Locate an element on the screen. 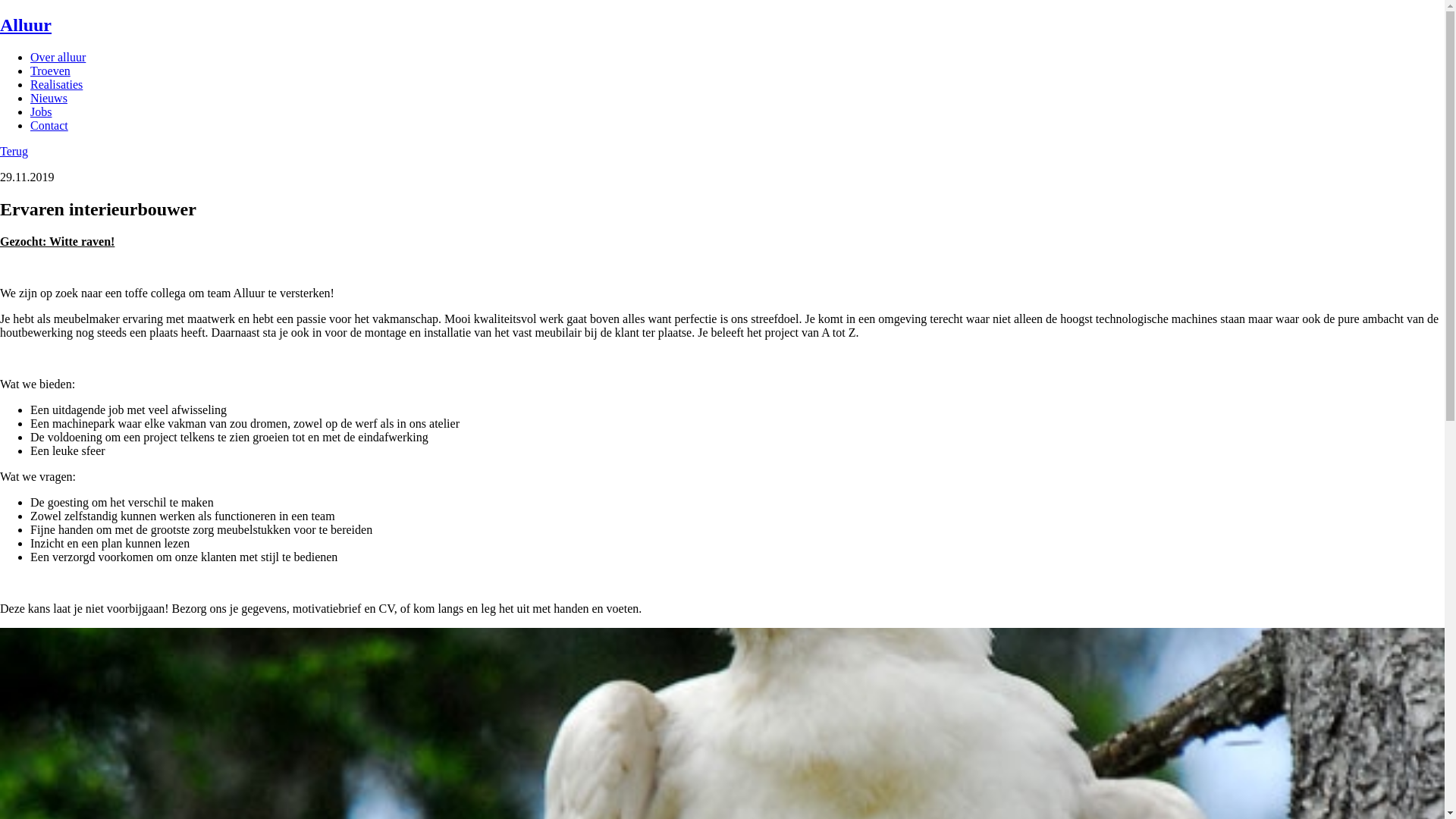  'Jobs' is located at coordinates (40, 111).